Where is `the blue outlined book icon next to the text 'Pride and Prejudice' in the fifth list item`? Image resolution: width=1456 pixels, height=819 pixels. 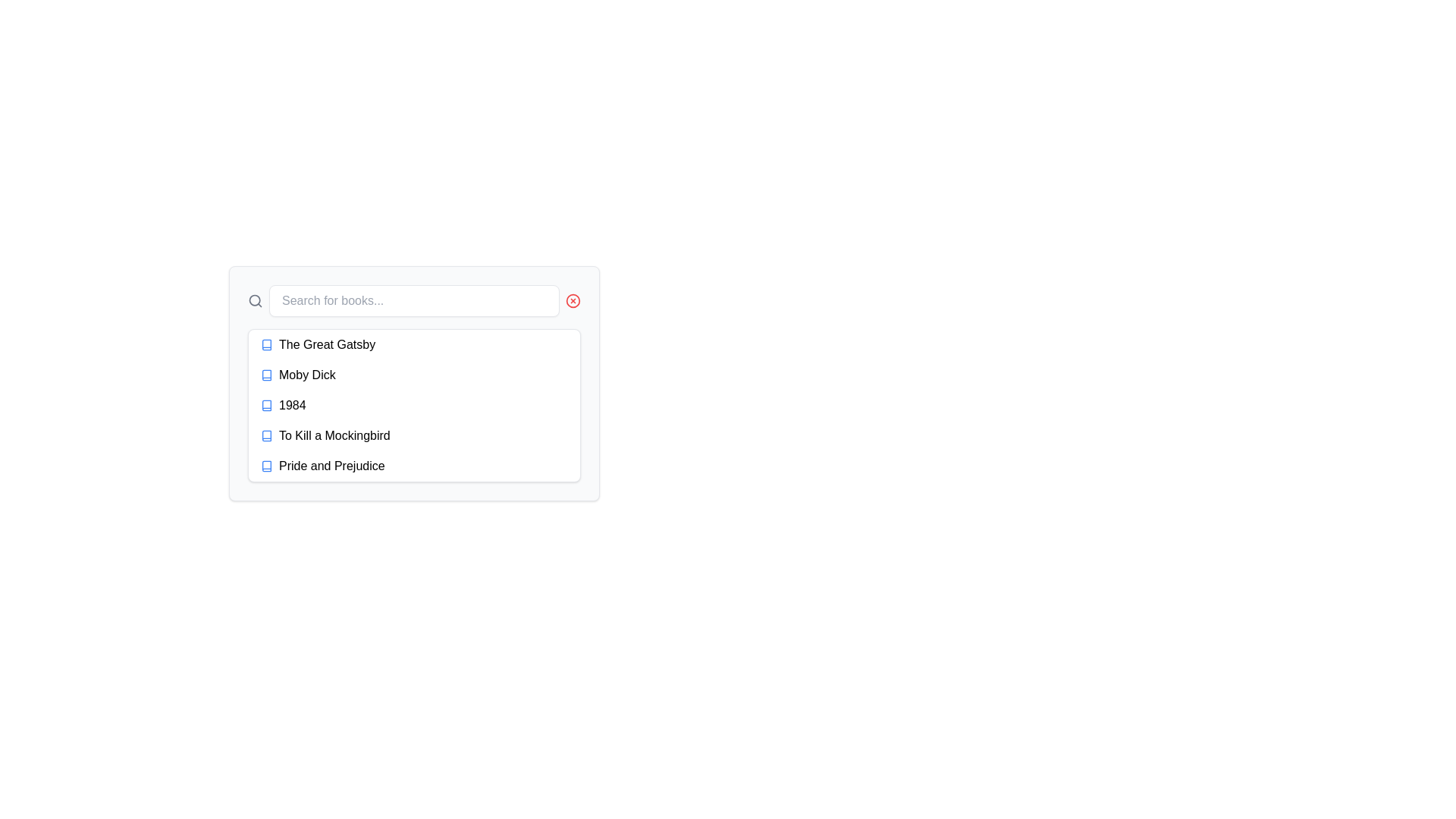
the blue outlined book icon next to the text 'Pride and Prejudice' in the fifth list item is located at coordinates (266, 465).